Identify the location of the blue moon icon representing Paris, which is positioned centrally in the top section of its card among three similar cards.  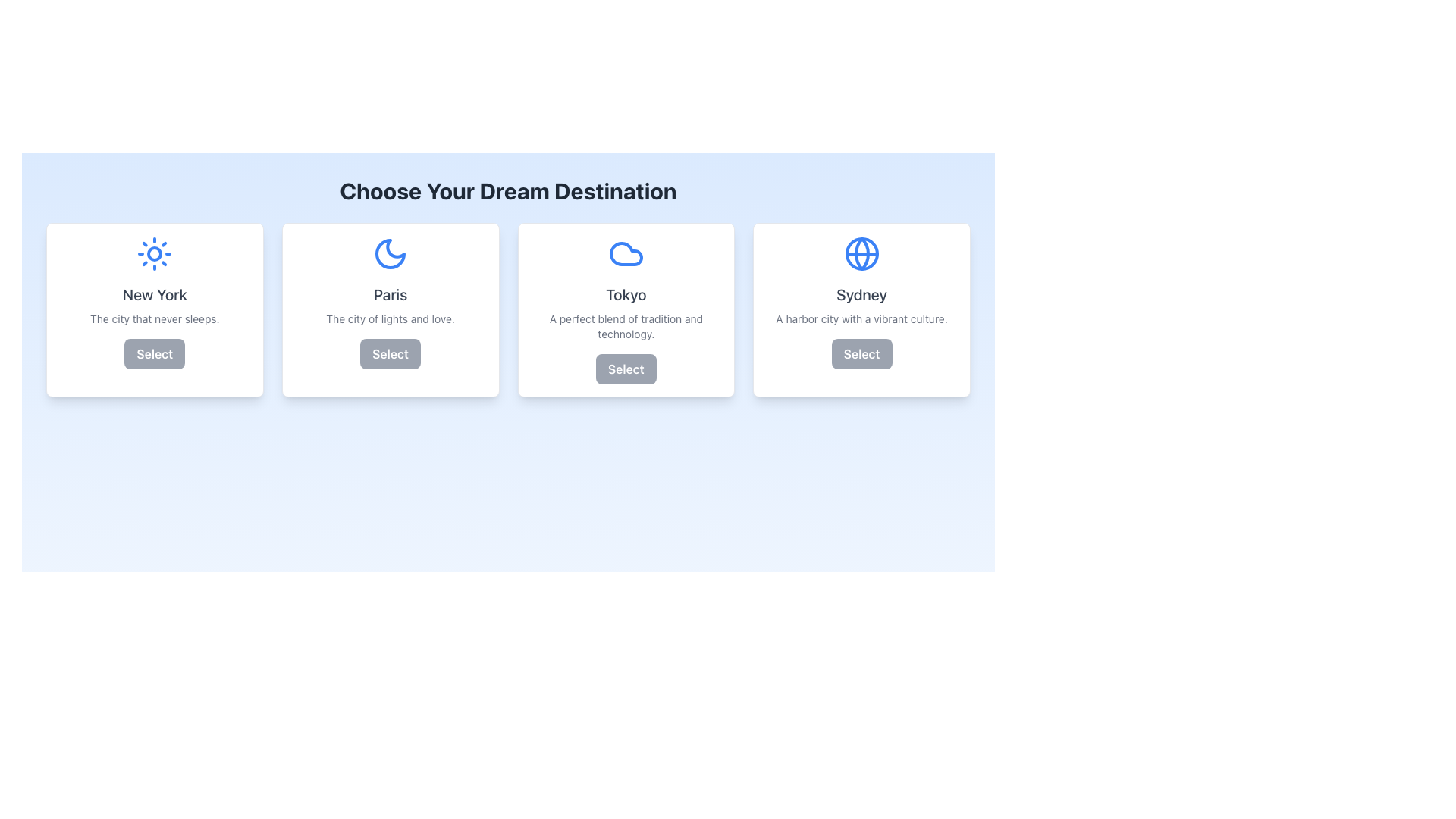
(391, 253).